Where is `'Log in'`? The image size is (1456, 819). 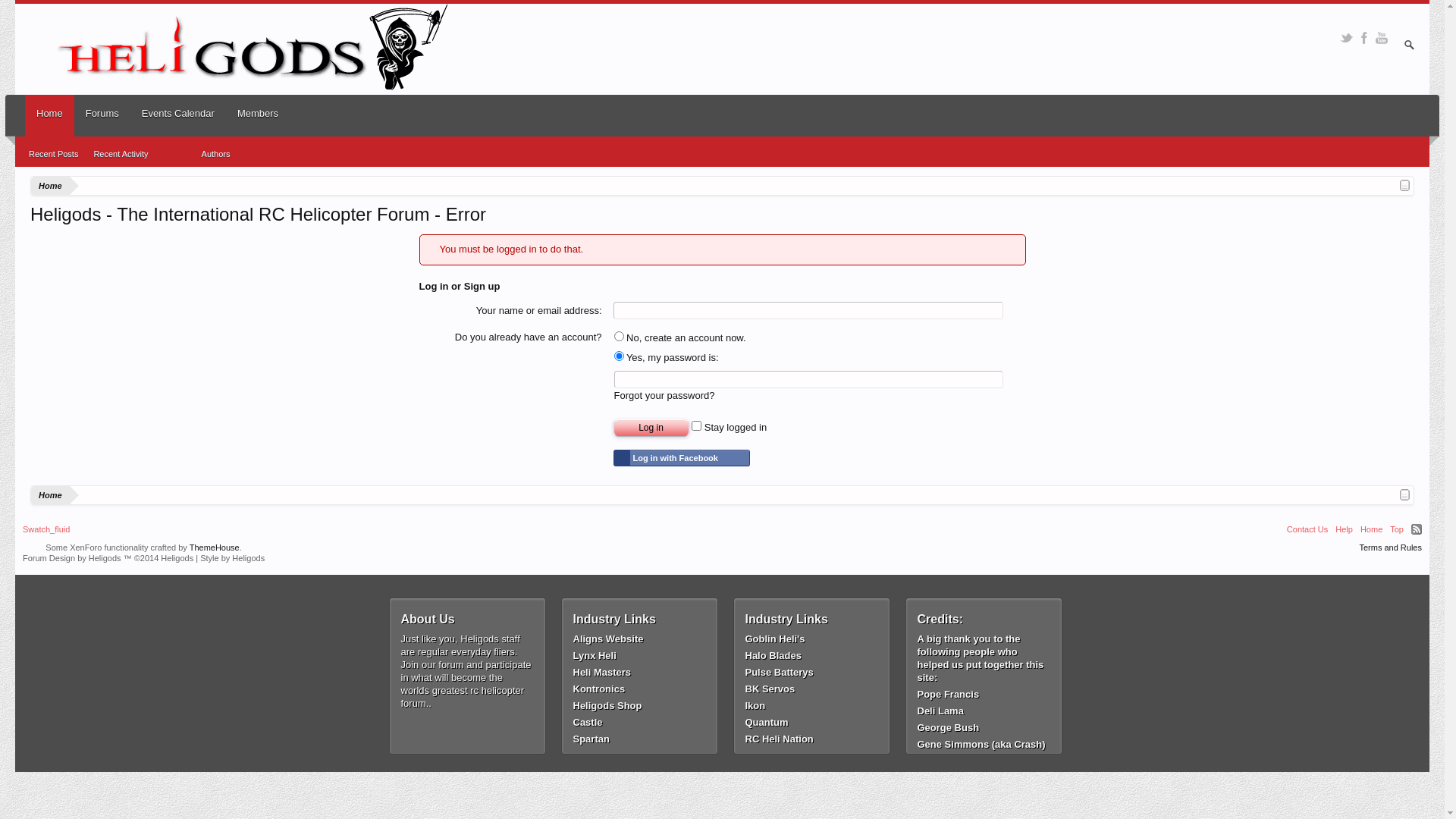
'Log in' is located at coordinates (651, 428).